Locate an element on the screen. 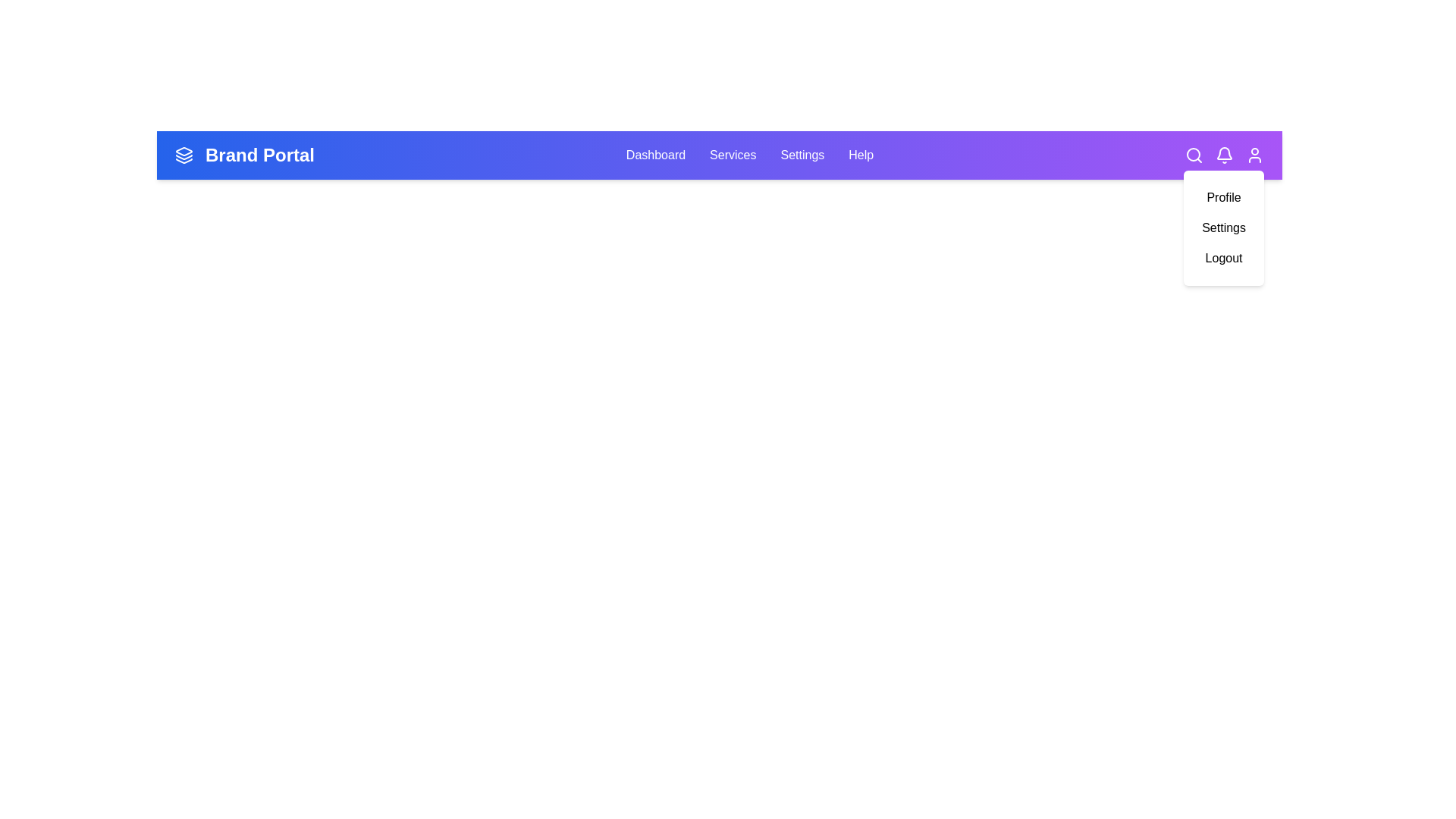  the layered icon with a white outline that is positioned left of the text 'Brand Portal' on the far-left side of the navigation bar is located at coordinates (184, 155).